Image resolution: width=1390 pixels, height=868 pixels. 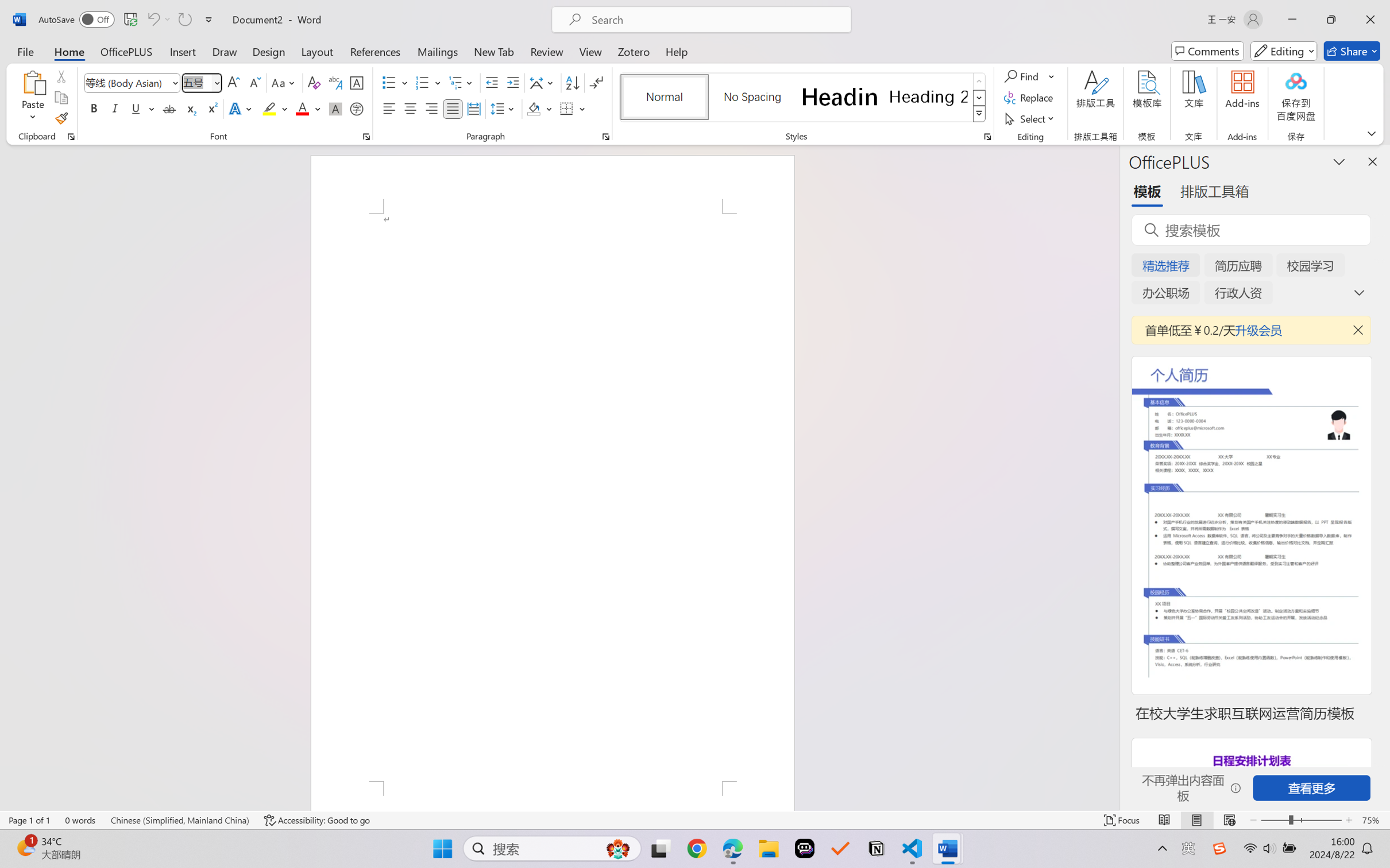 What do you see at coordinates (317, 820) in the screenshot?
I see `'Accessibility Checker Accessibility: Good to go'` at bounding box center [317, 820].